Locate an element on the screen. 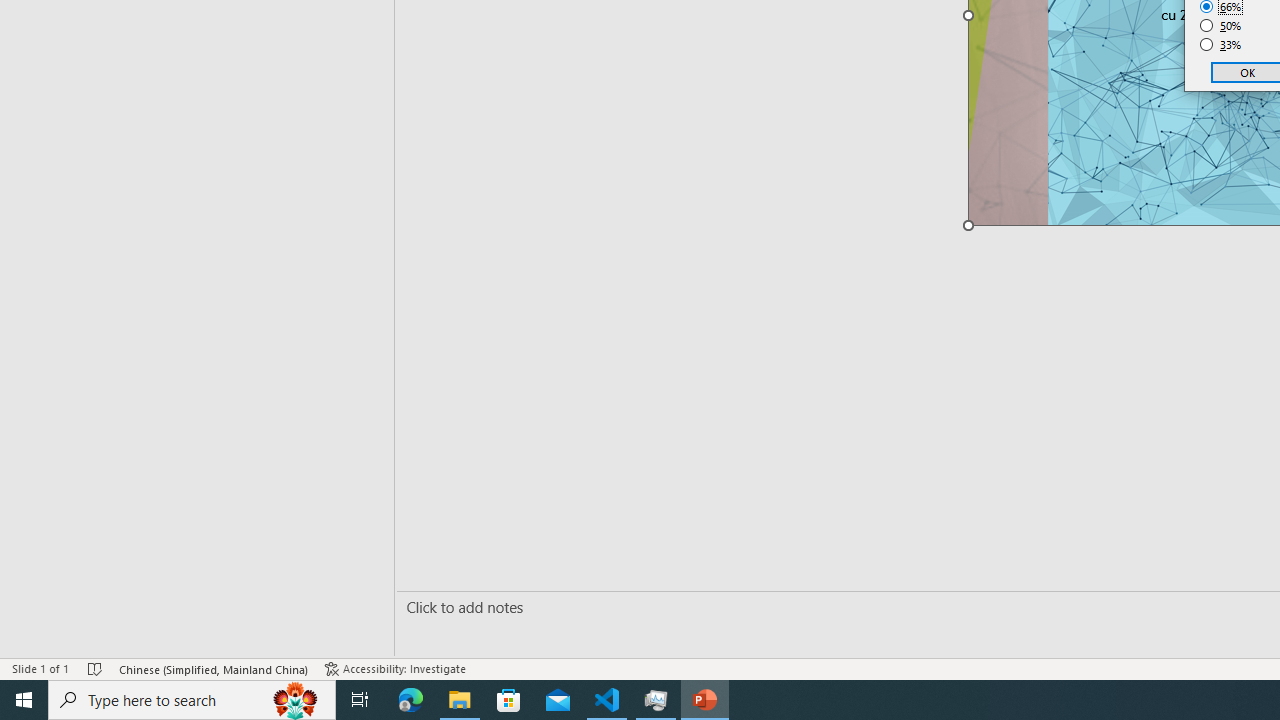  'Search highlights icon opens search home window' is located at coordinates (294, 698).